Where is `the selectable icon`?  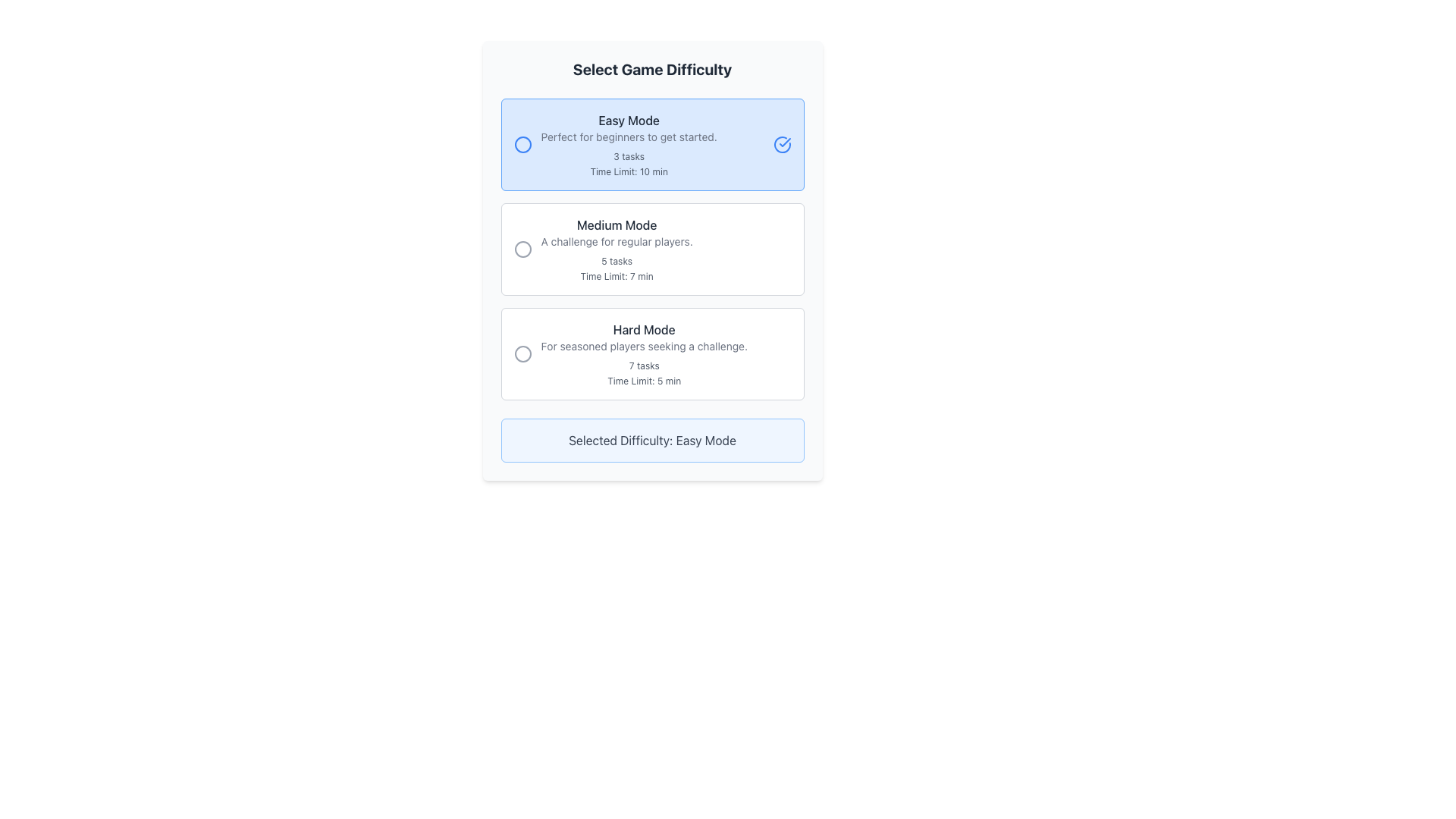 the selectable icon is located at coordinates (522, 353).